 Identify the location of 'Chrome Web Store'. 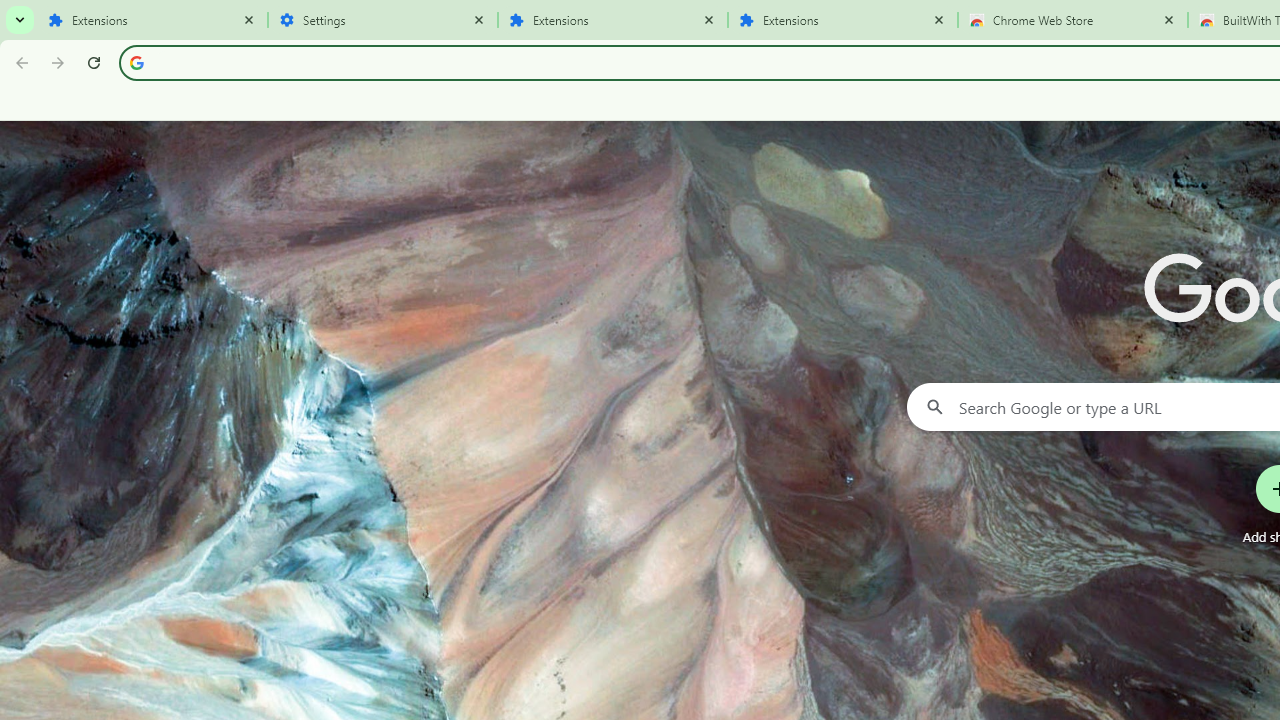
(1071, 20).